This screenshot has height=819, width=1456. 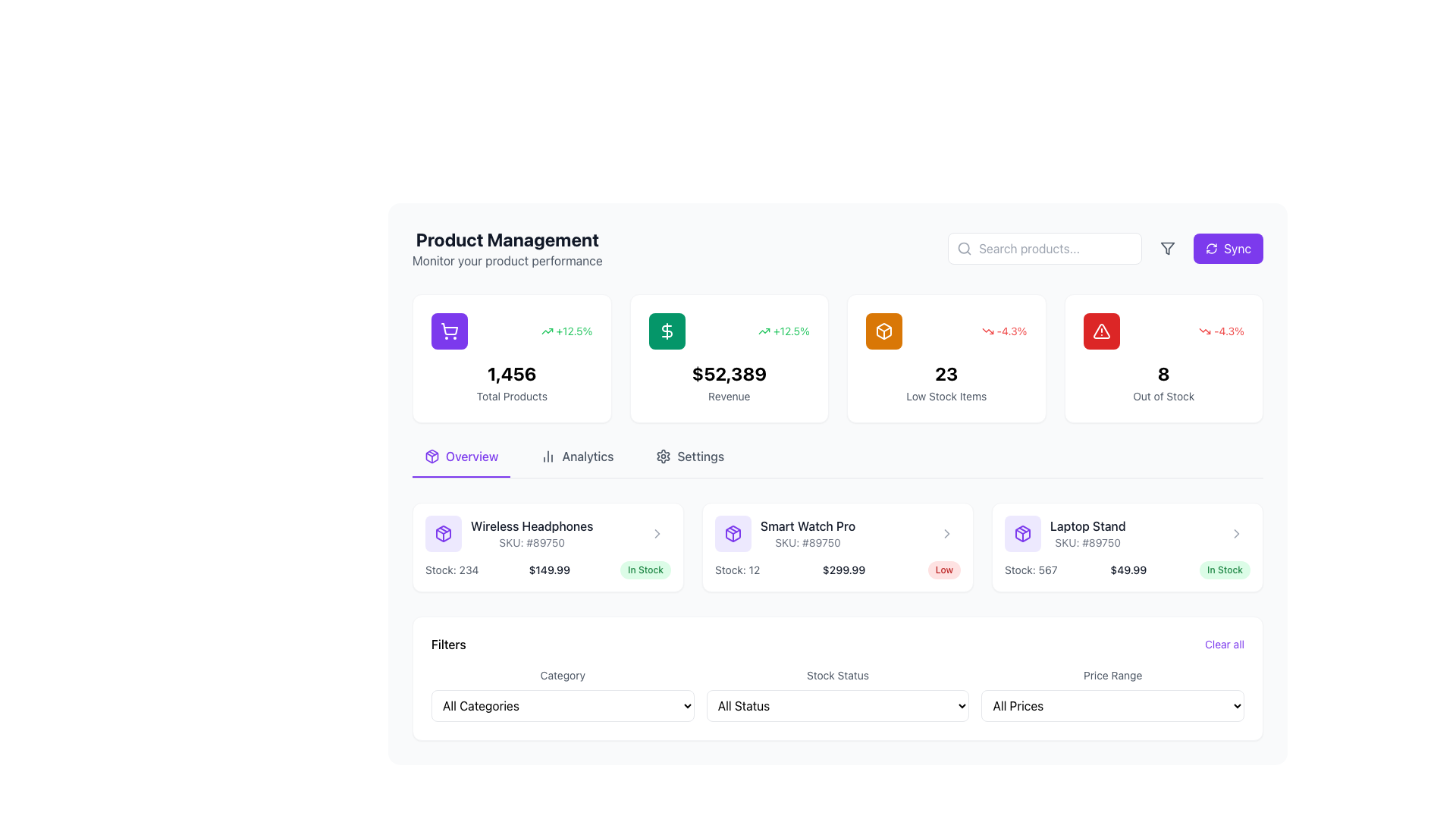 What do you see at coordinates (733, 533) in the screenshot?
I see `the violet-colored, cube-shaped SVG icon located in the third panel of the top row in the dashboard's main section` at bounding box center [733, 533].